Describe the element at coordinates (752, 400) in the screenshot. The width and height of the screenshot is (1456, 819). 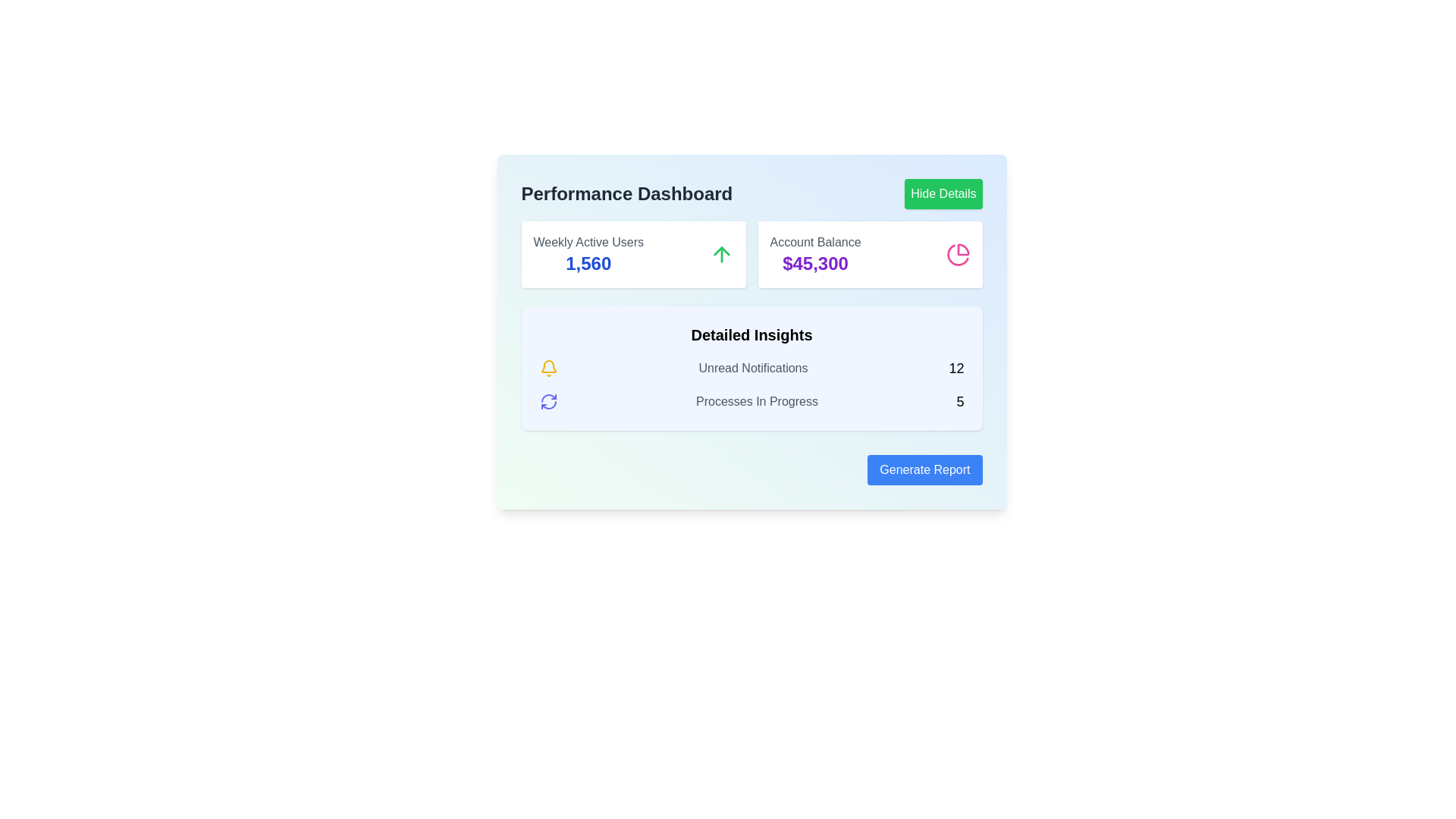
I see `the 'Processes In Progress' text element, which includes a blue refresh icon and a count of '5' in the 'Detailed Insights' section, to manage its associated components` at that location.